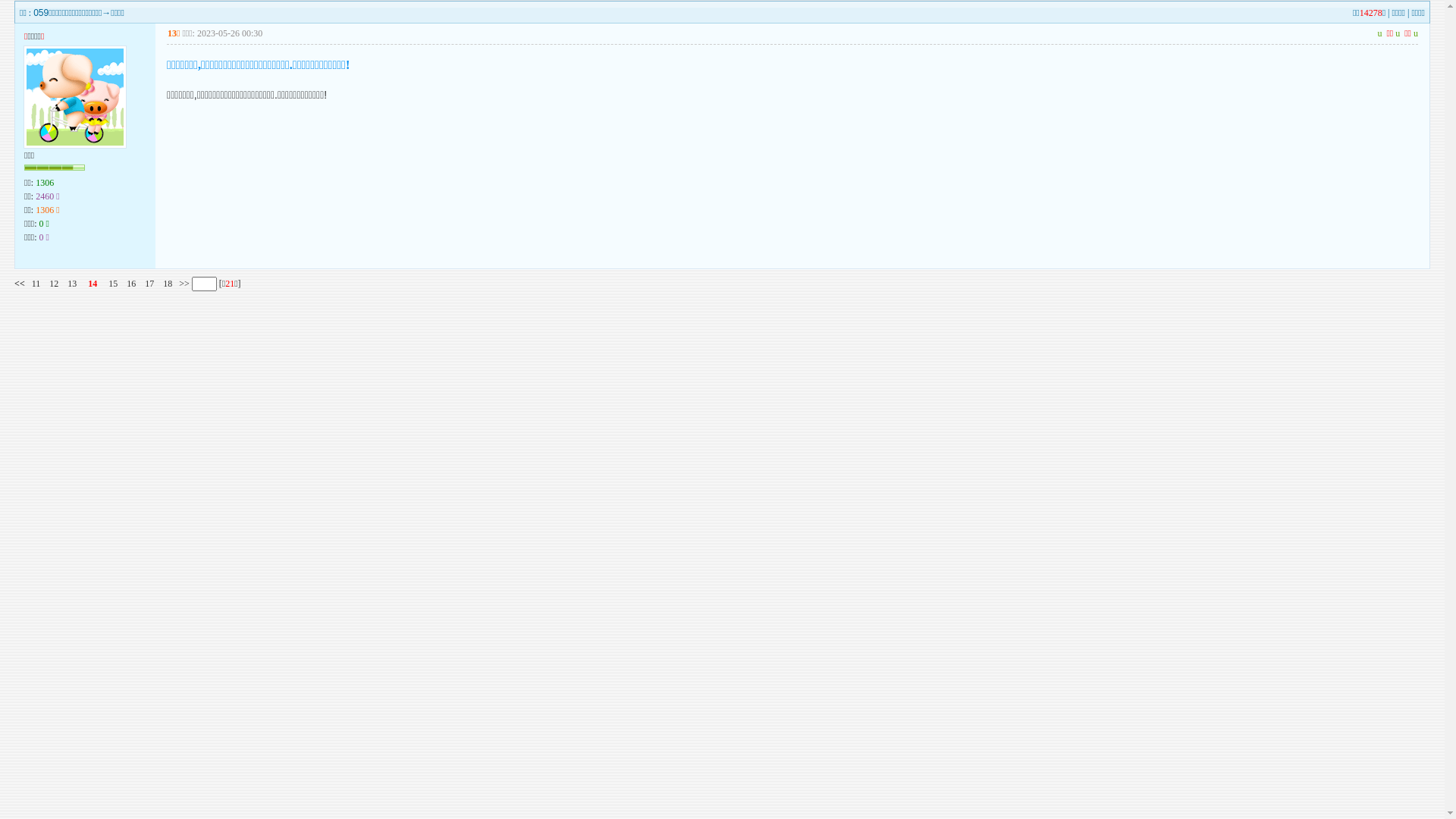 This screenshot has width=1456, height=819. What do you see at coordinates (182, 284) in the screenshot?
I see `'>>'` at bounding box center [182, 284].